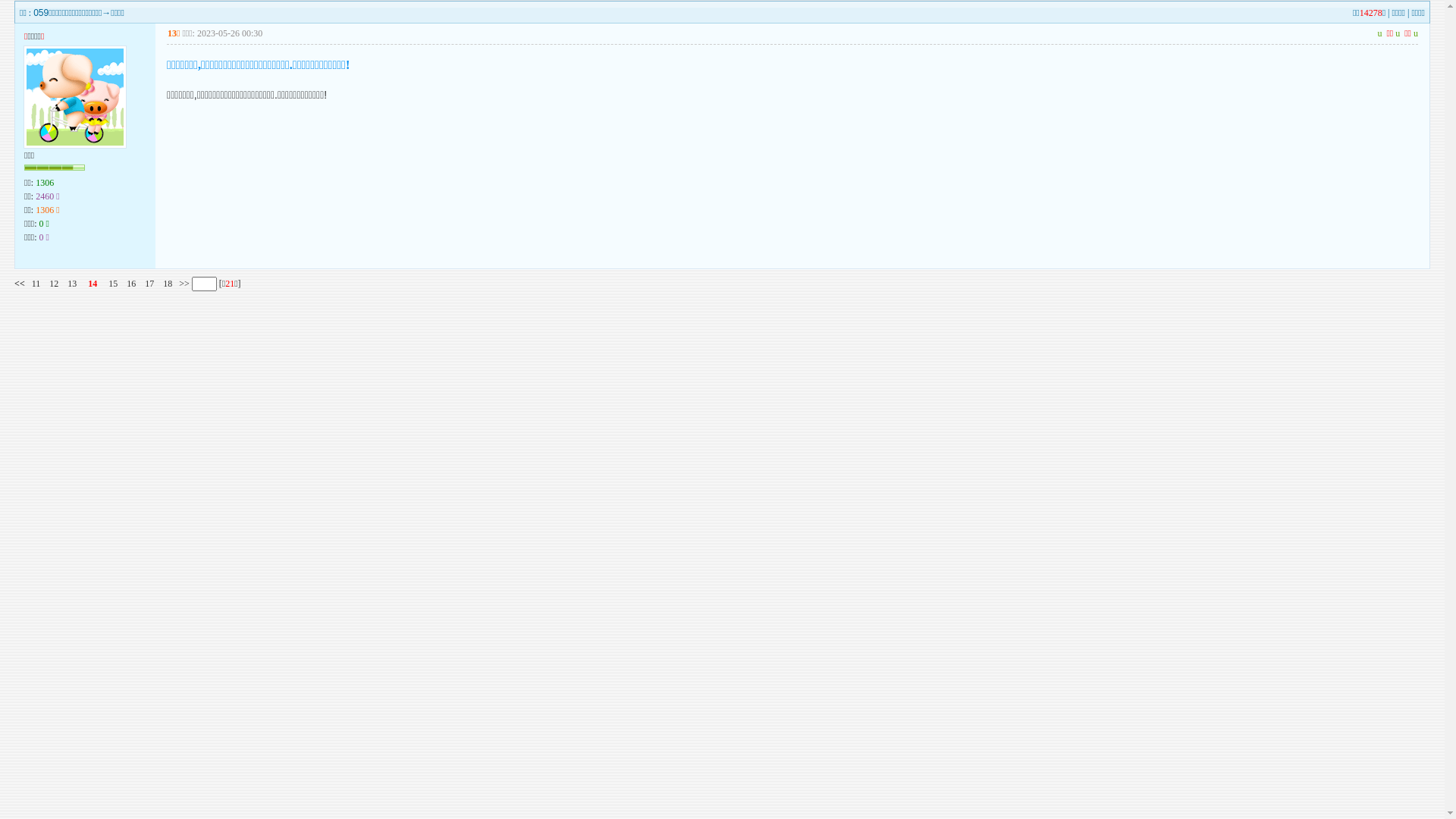 This screenshot has width=1456, height=819. What do you see at coordinates (182, 284) in the screenshot?
I see `'>>'` at bounding box center [182, 284].